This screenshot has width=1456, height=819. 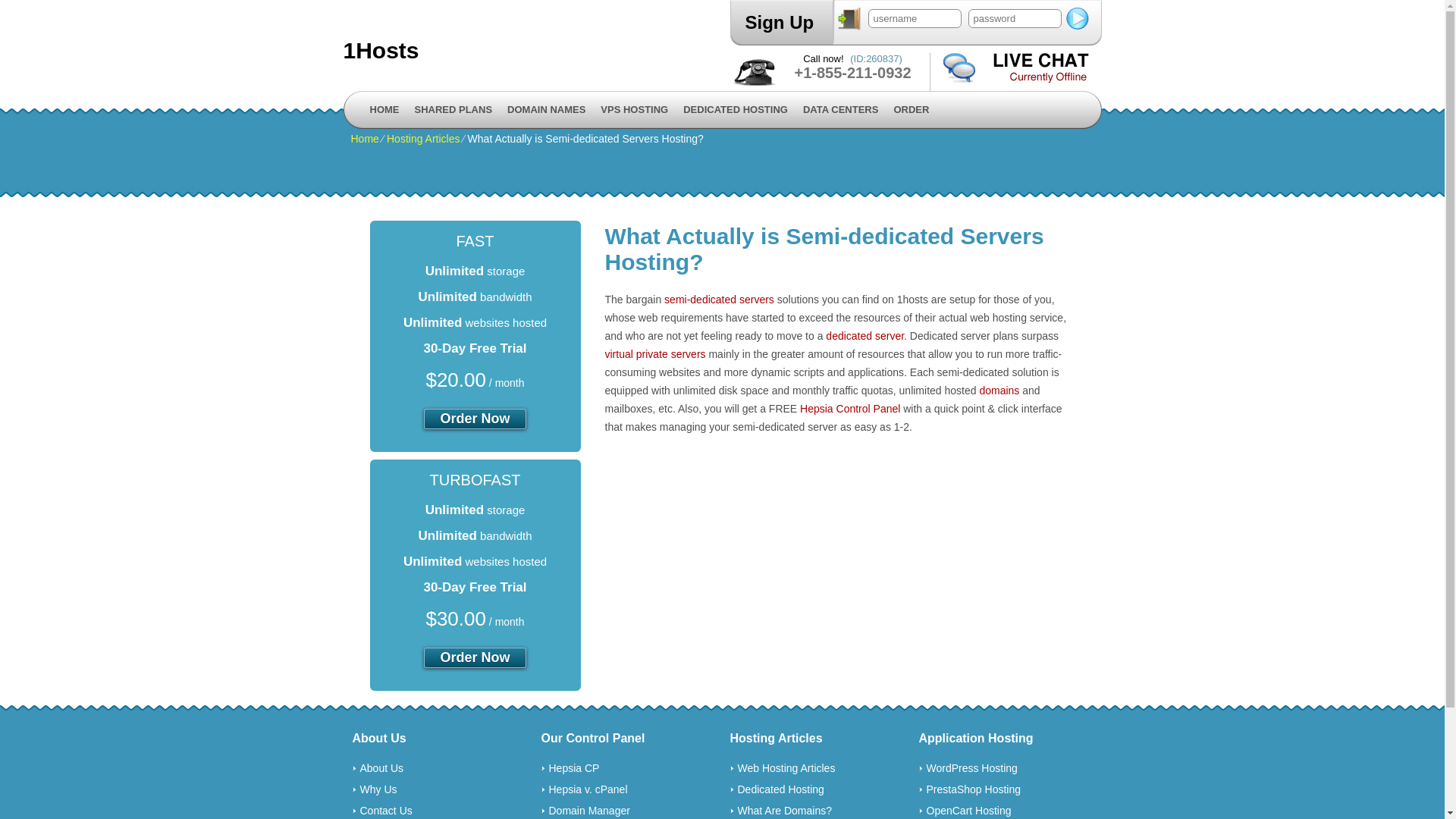 What do you see at coordinates (385, 809) in the screenshot?
I see `'Contact Us'` at bounding box center [385, 809].